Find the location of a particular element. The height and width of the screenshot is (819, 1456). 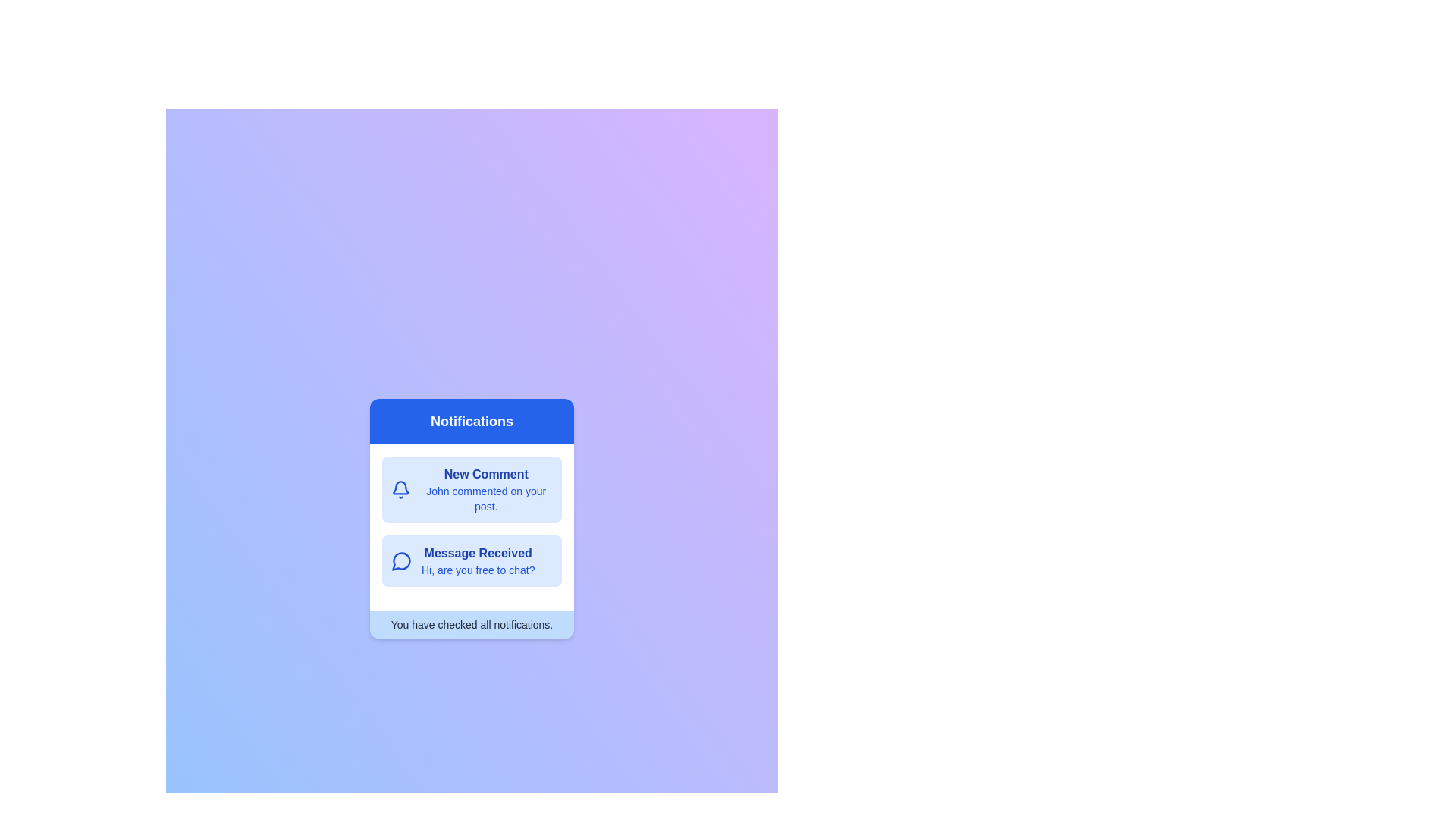

the notification titled 'New Comment' is located at coordinates (471, 489).